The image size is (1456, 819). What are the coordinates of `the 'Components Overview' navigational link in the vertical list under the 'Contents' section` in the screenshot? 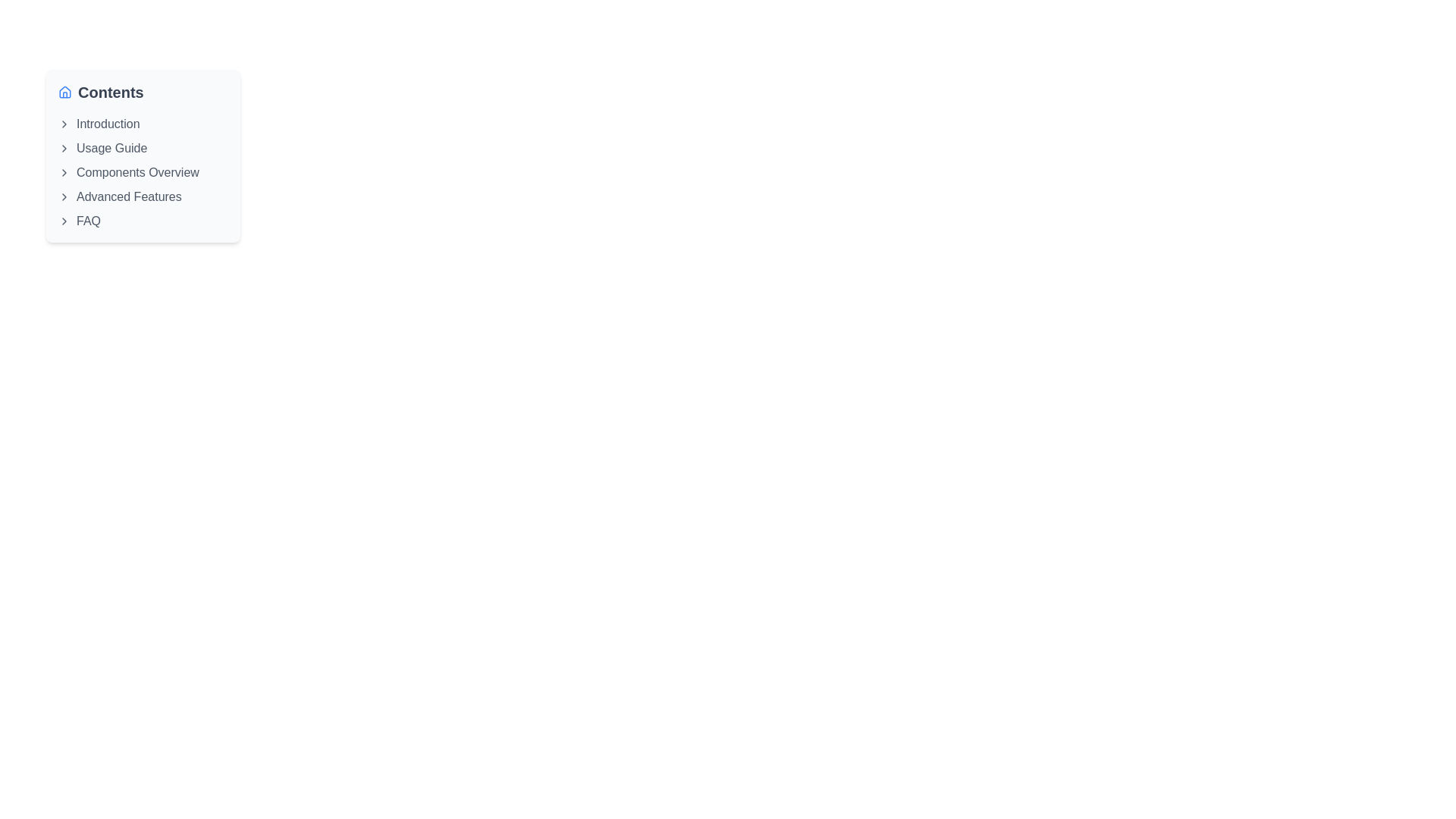 It's located at (143, 171).